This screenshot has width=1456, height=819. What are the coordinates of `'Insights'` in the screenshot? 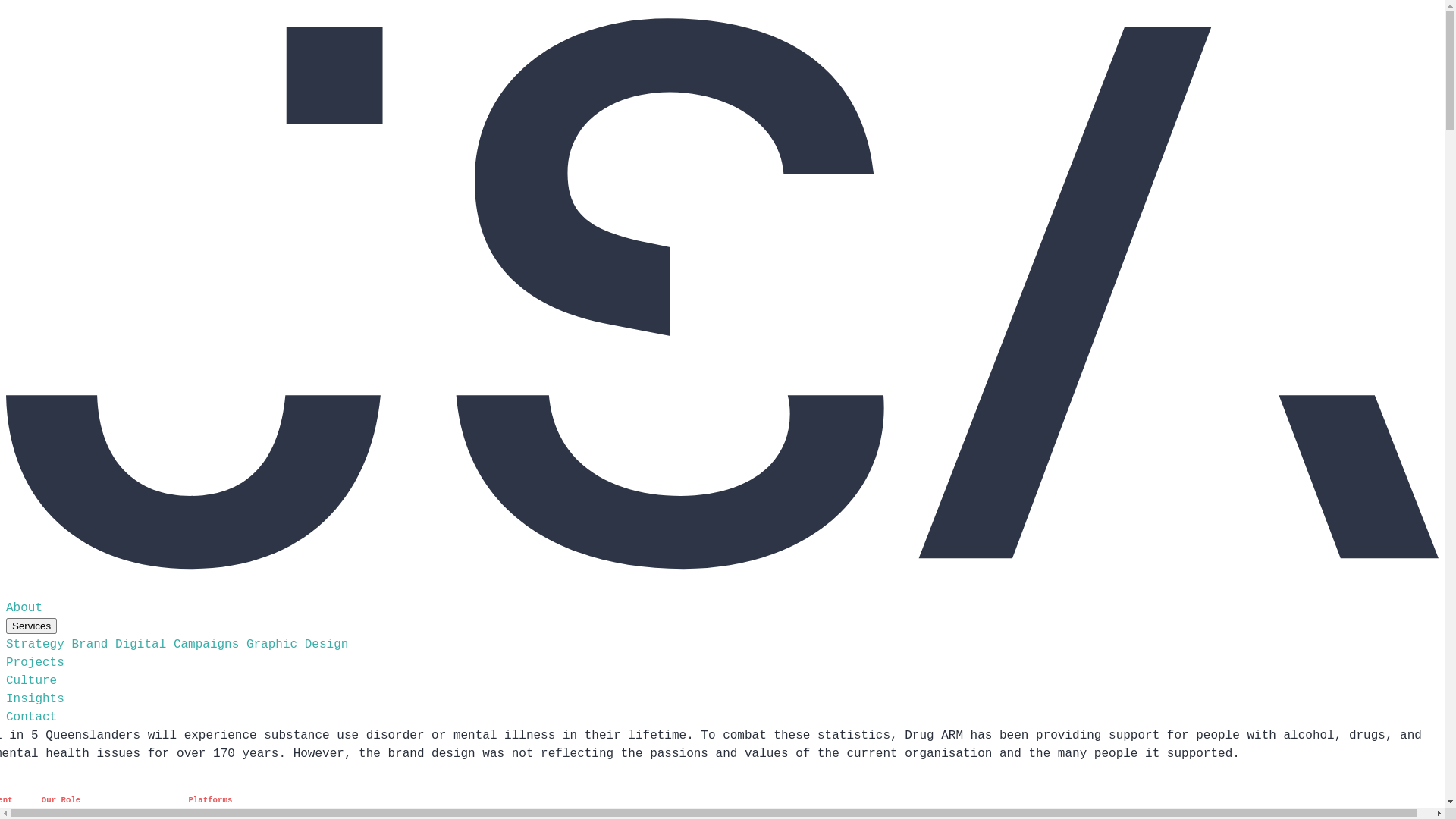 It's located at (35, 698).